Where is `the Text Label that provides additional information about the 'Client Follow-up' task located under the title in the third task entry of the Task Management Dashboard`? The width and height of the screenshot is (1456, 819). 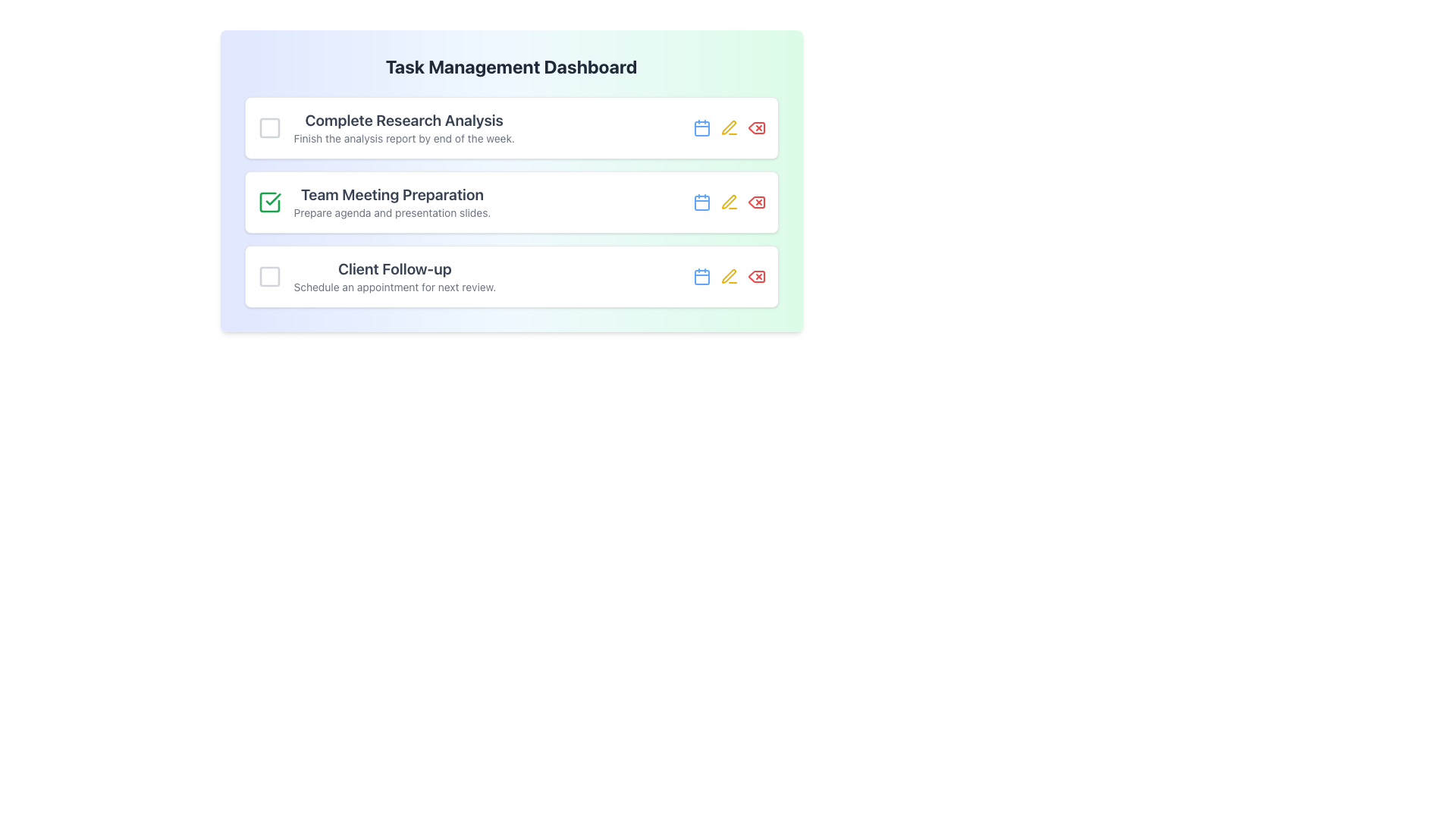 the Text Label that provides additional information about the 'Client Follow-up' task located under the title in the third task entry of the Task Management Dashboard is located at coordinates (394, 287).